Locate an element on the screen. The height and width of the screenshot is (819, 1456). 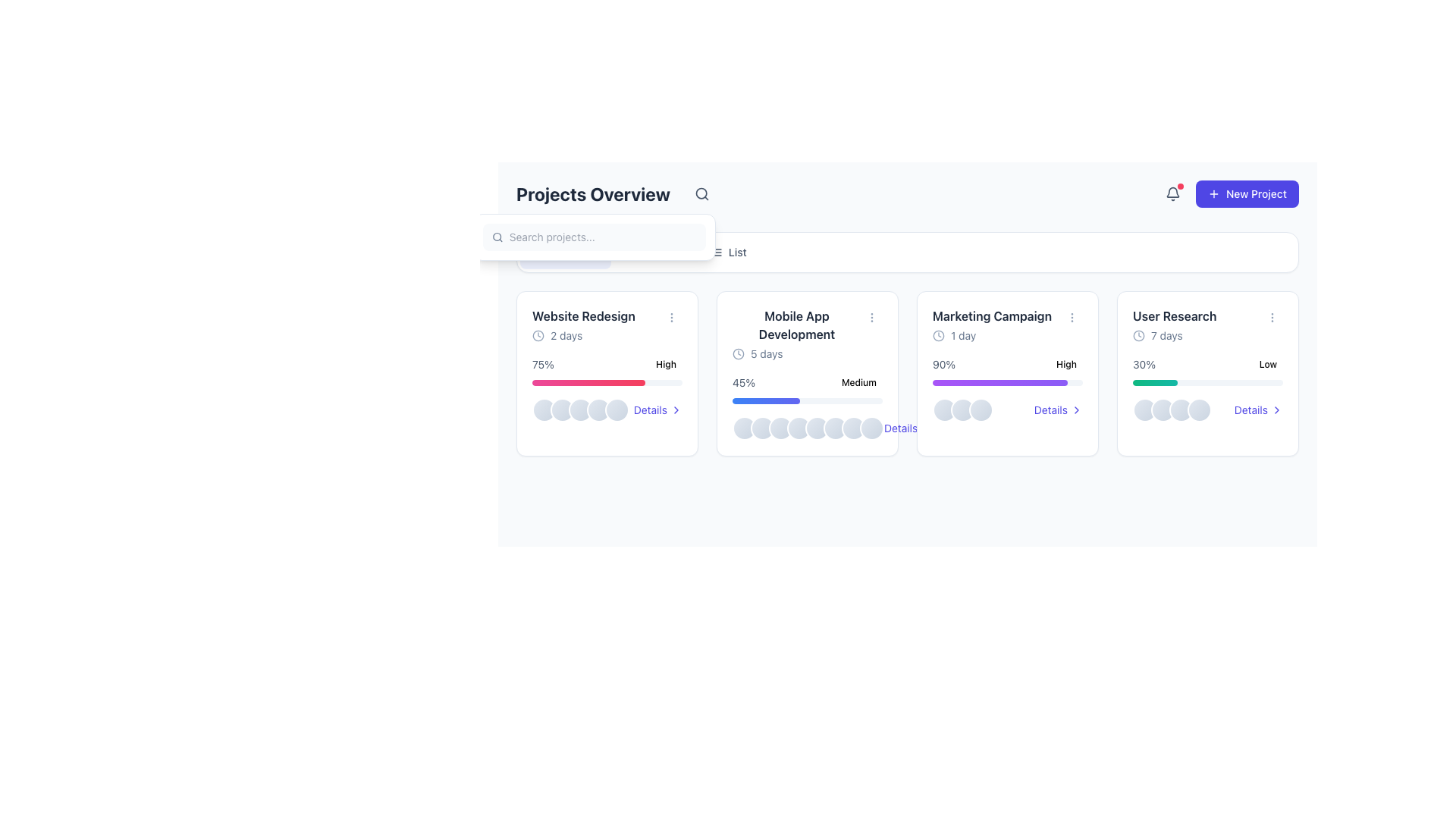
the 'User Research' card component is located at coordinates (1207, 374).